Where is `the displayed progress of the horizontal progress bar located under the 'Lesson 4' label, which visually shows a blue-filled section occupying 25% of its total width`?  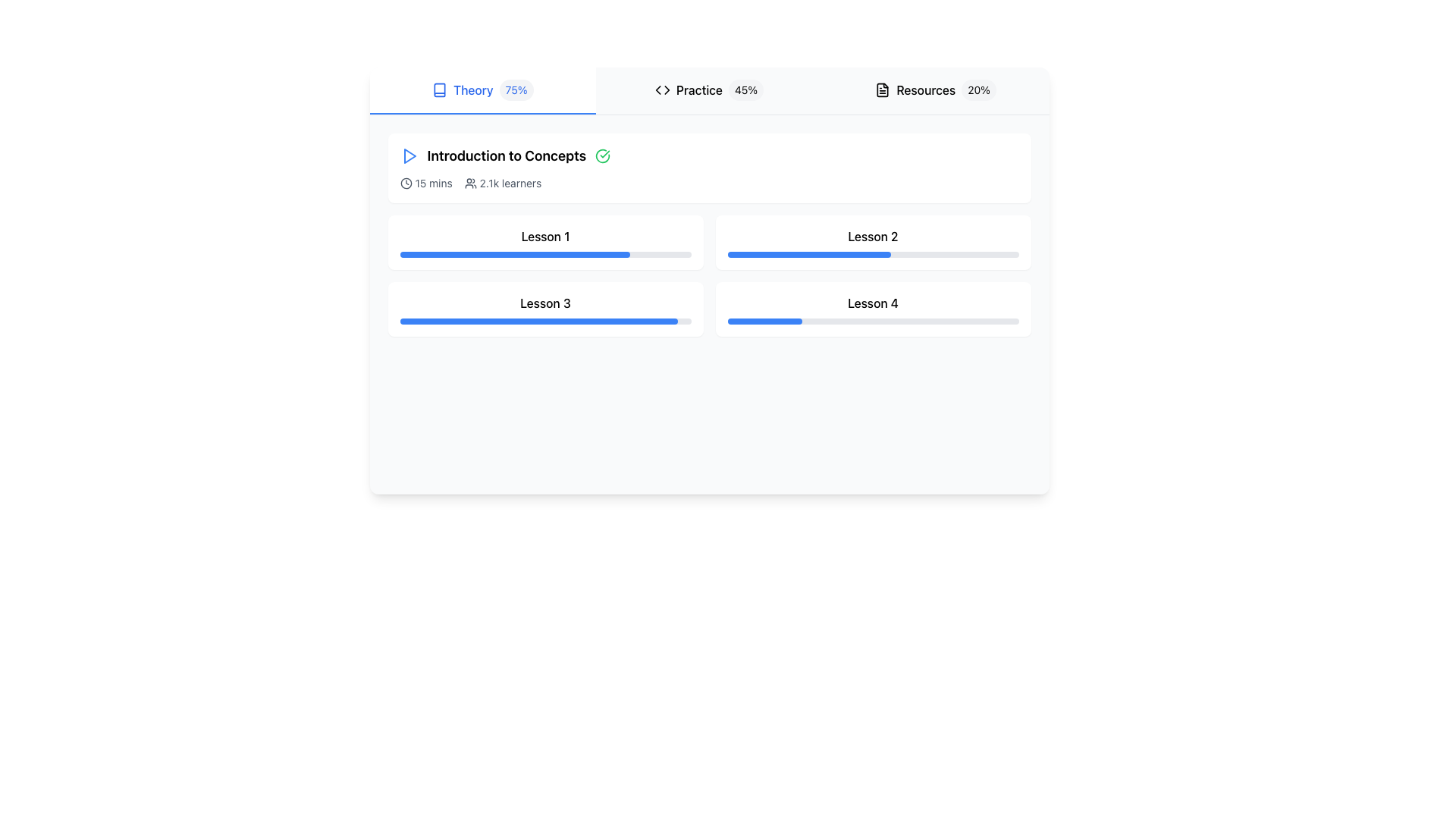 the displayed progress of the horizontal progress bar located under the 'Lesson 4' label, which visually shows a blue-filled section occupying 25% of its total width is located at coordinates (873, 321).